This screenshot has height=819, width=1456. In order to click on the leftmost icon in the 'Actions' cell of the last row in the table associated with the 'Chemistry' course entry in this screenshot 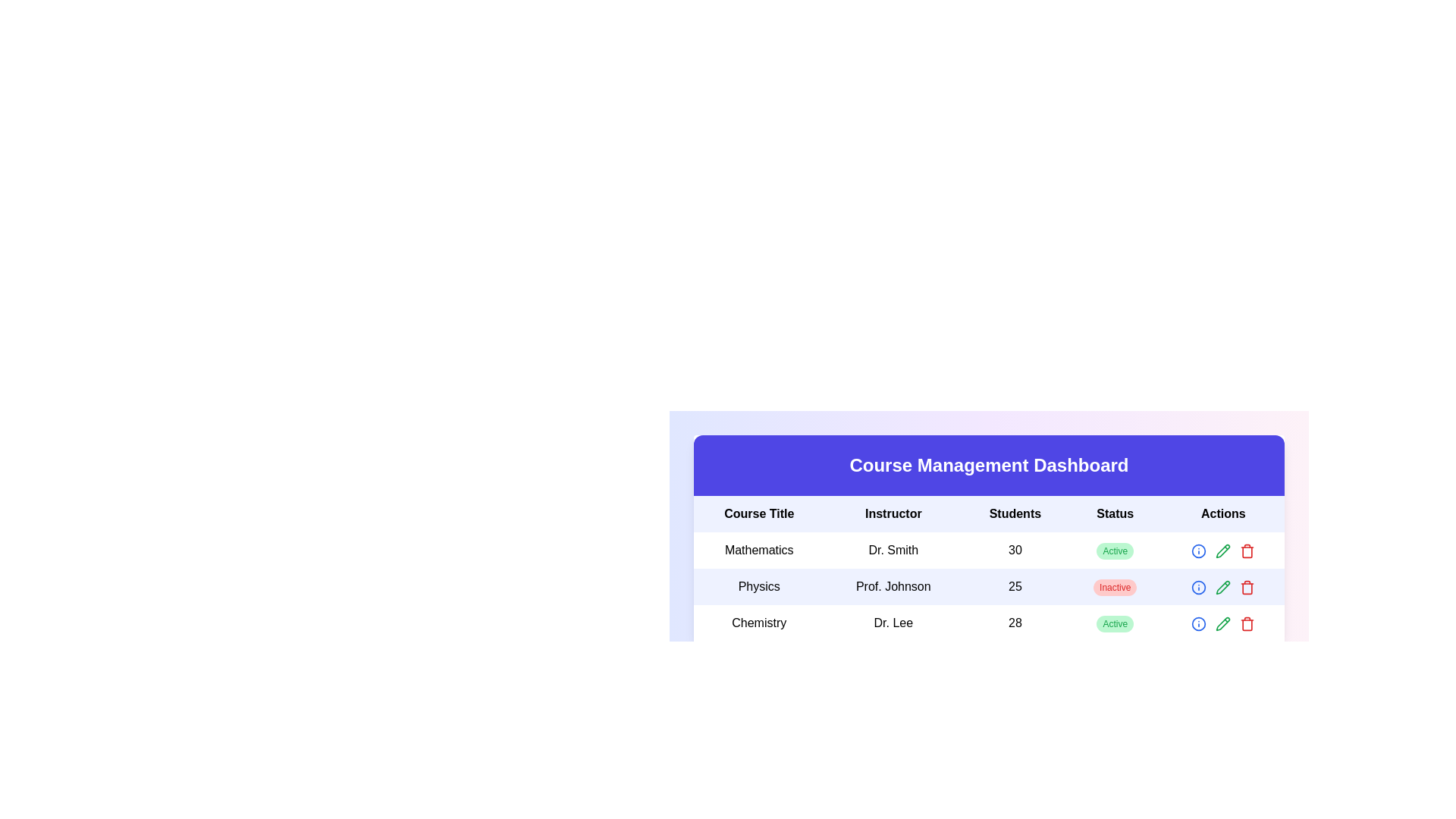, I will do `click(1198, 623)`.